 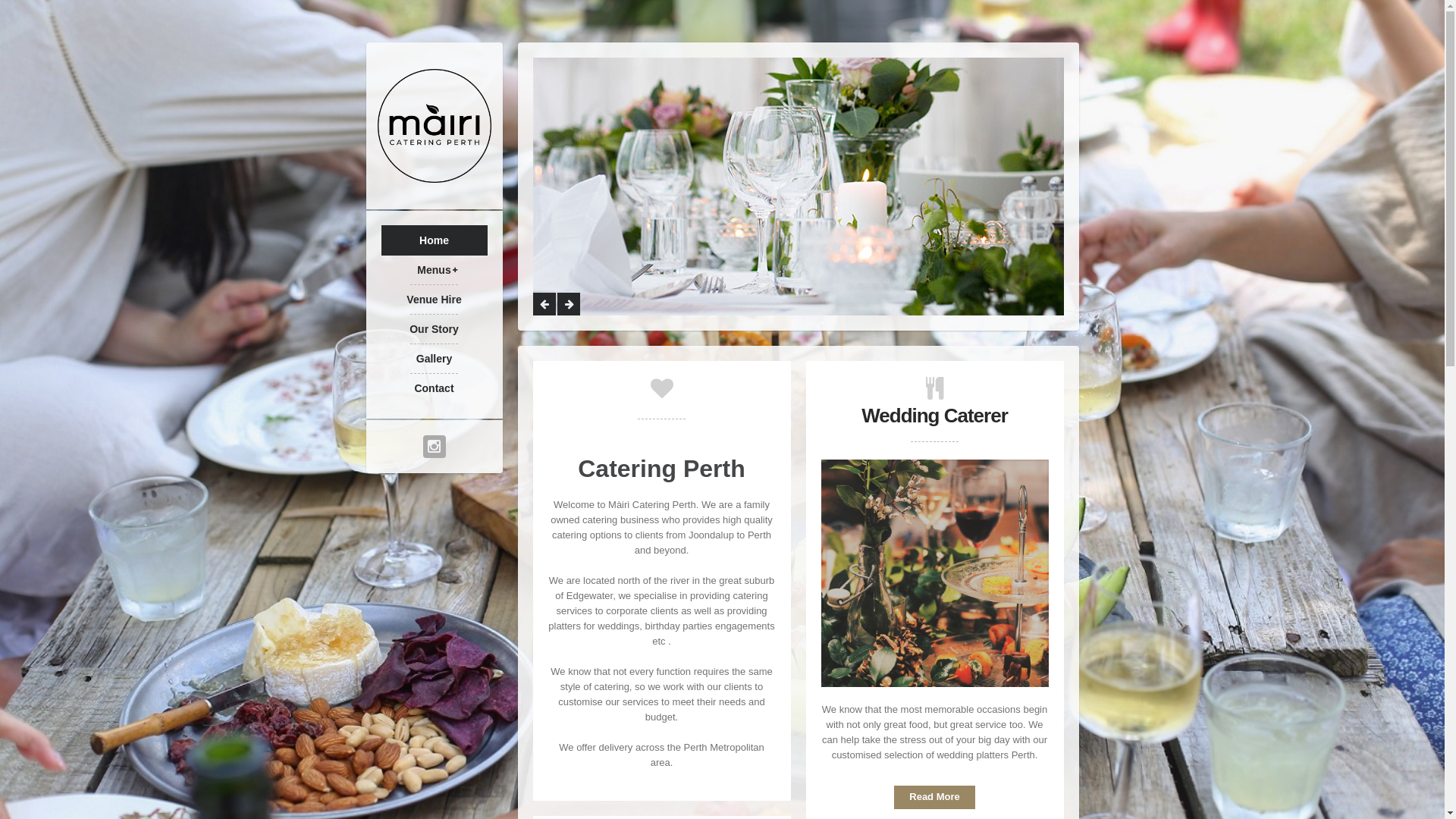 What do you see at coordinates (381, 328) in the screenshot?
I see `'Our Story'` at bounding box center [381, 328].